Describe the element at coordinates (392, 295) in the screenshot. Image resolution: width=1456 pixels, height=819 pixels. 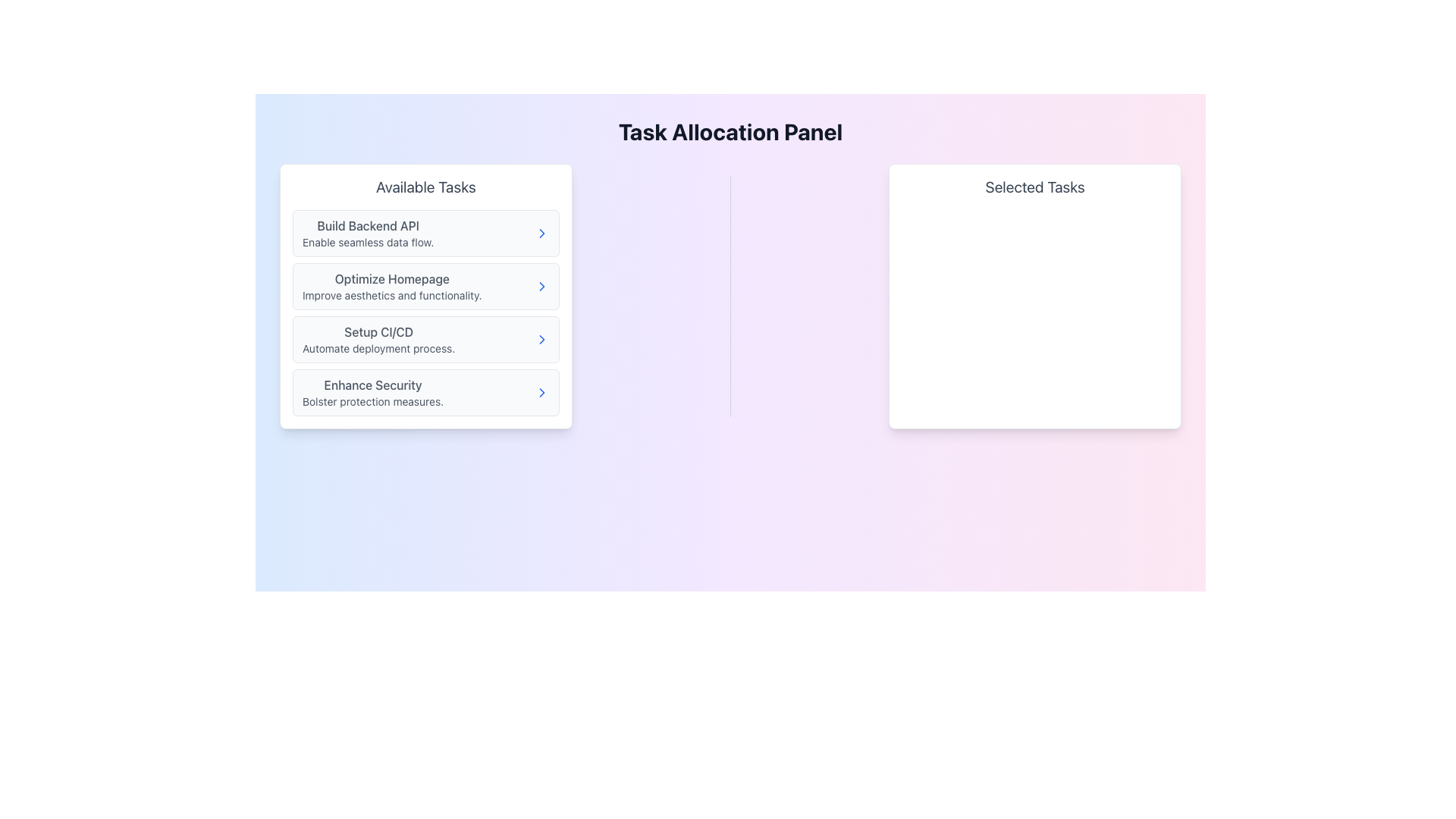
I see `text displayed in the Text Display element that shows 'Improve aesthetics and functionality.' located beneath 'Optimize Homepage' in the 'Available Tasks' panel` at that location.